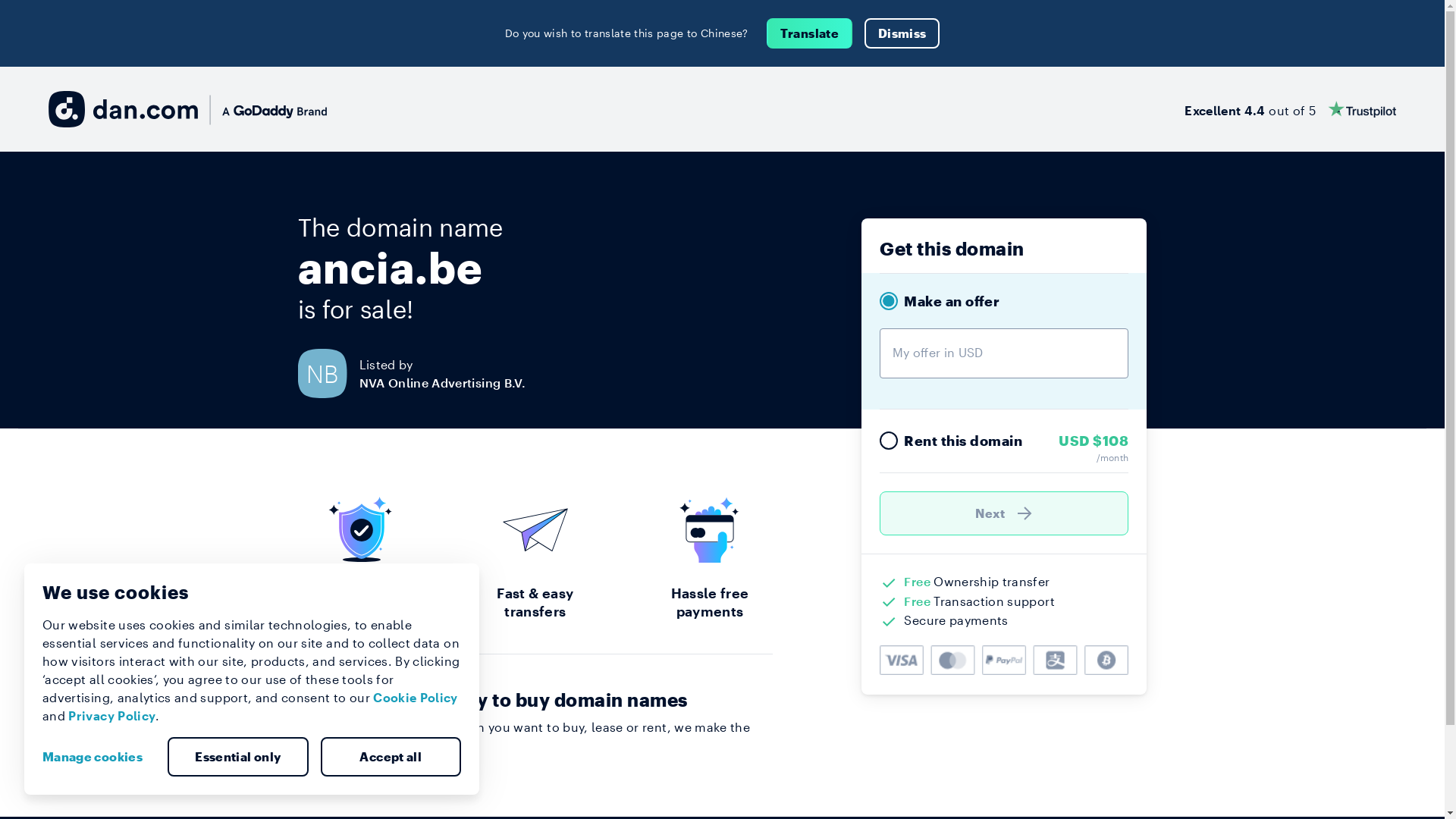 This screenshot has height=819, width=1456. What do you see at coordinates (111, 715) in the screenshot?
I see `'Privacy Policy'` at bounding box center [111, 715].